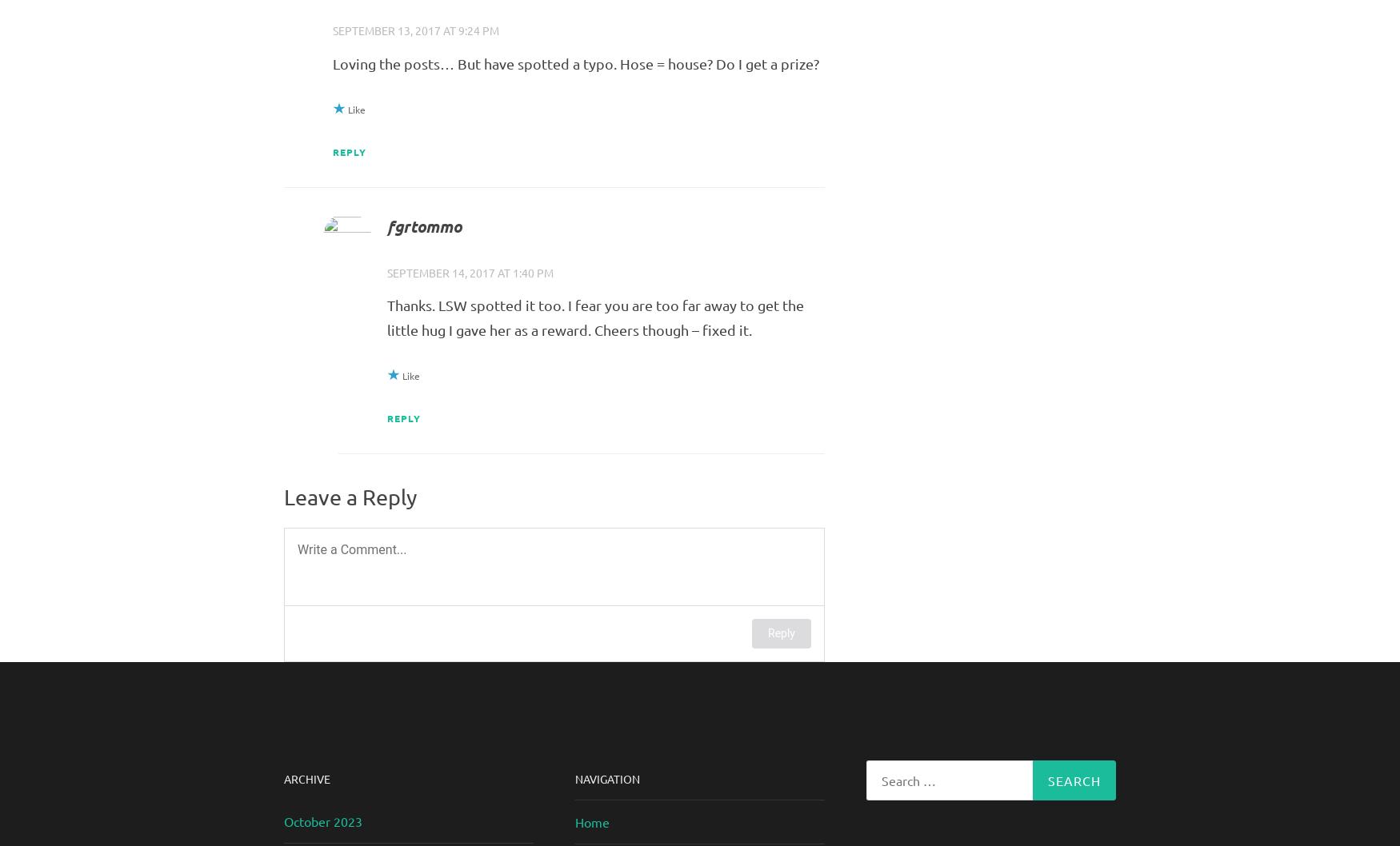 This screenshot has height=846, width=1400. I want to click on 'October 2023', so click(284, 820).